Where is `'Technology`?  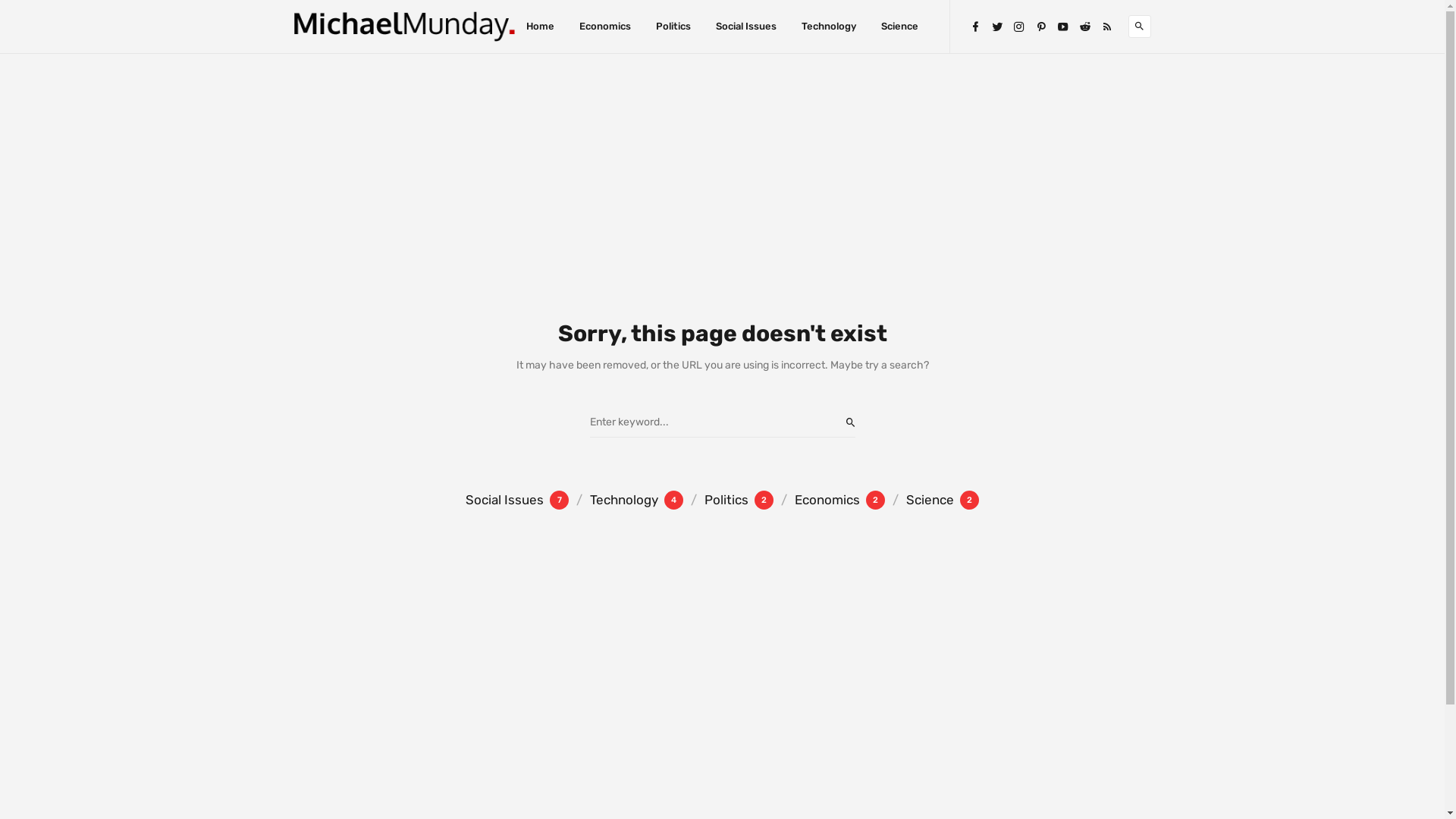 'Technology is located at coordinates (567, 499).